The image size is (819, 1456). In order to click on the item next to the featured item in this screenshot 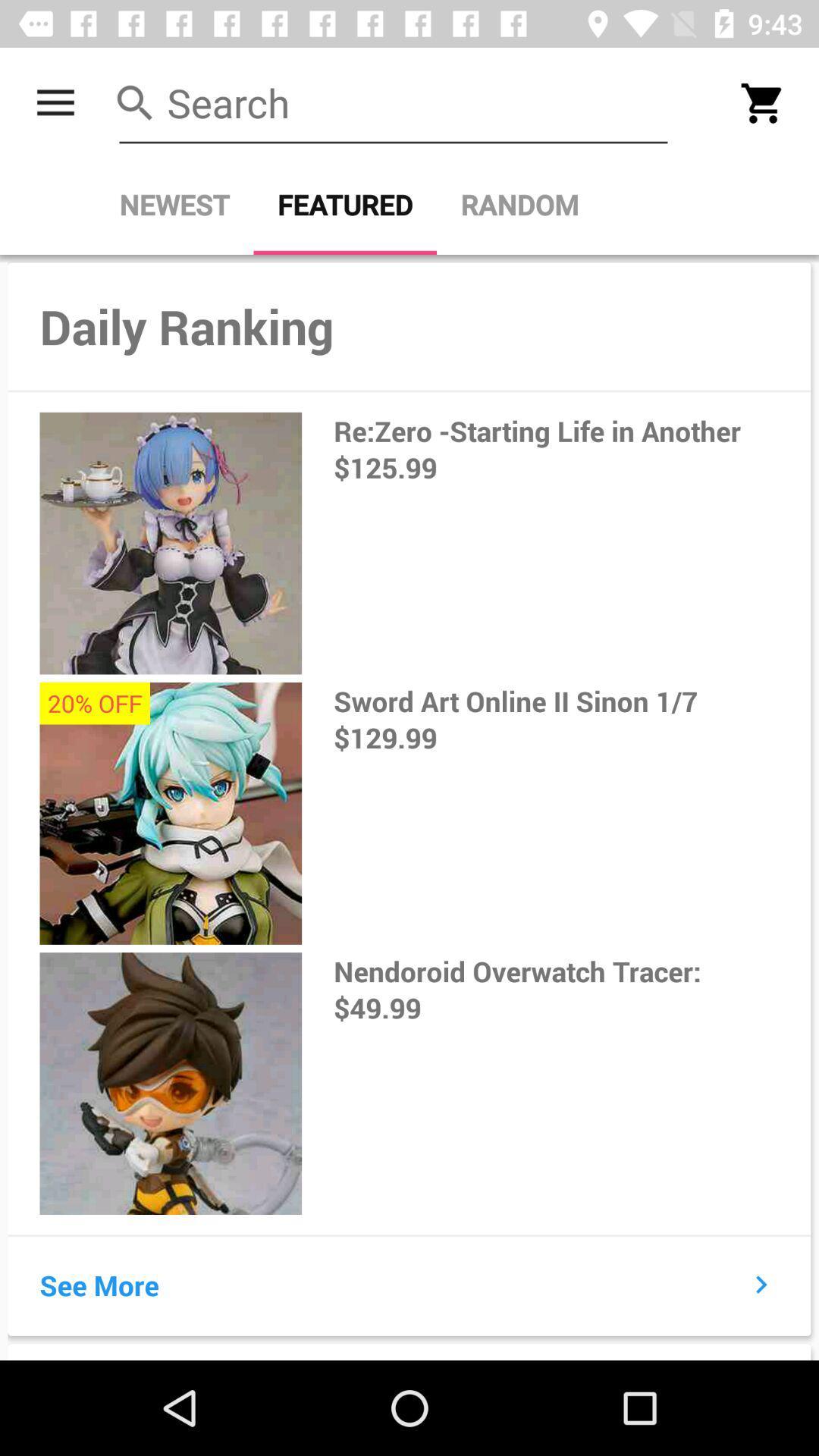, I will do `click(519, 204)`.